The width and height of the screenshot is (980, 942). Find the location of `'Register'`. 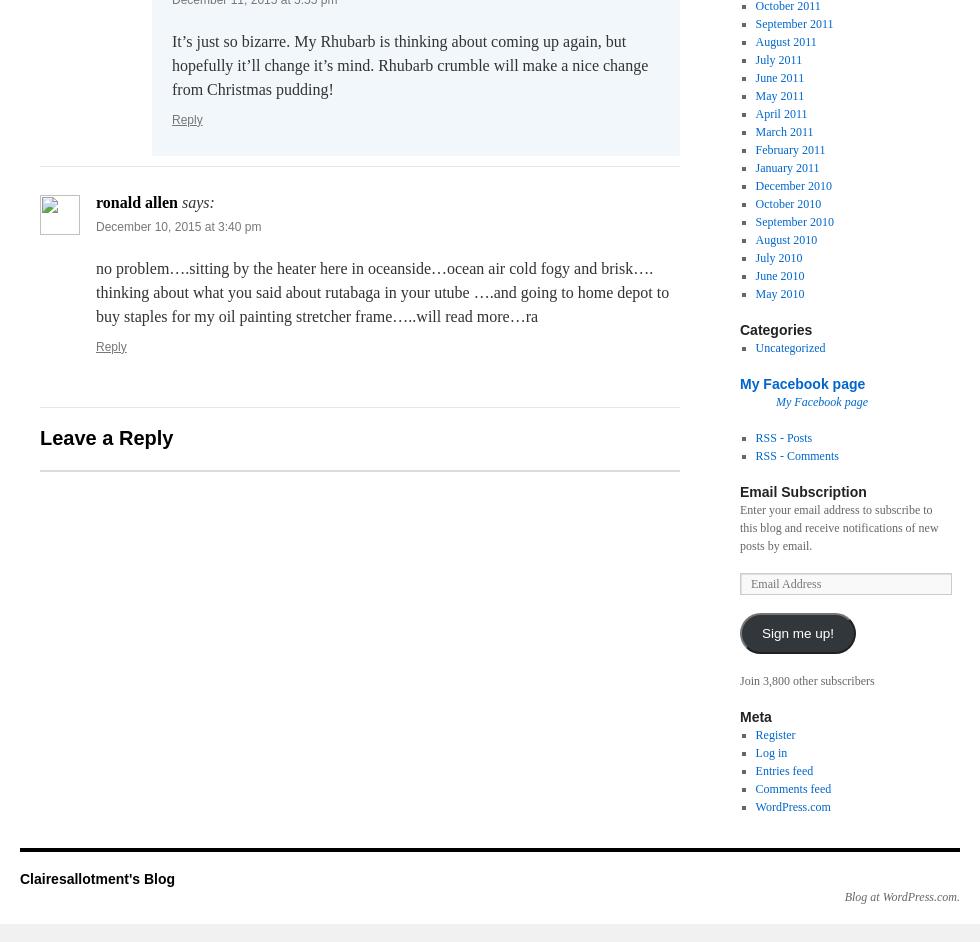

'Register' is located at coordinates (774, 734).